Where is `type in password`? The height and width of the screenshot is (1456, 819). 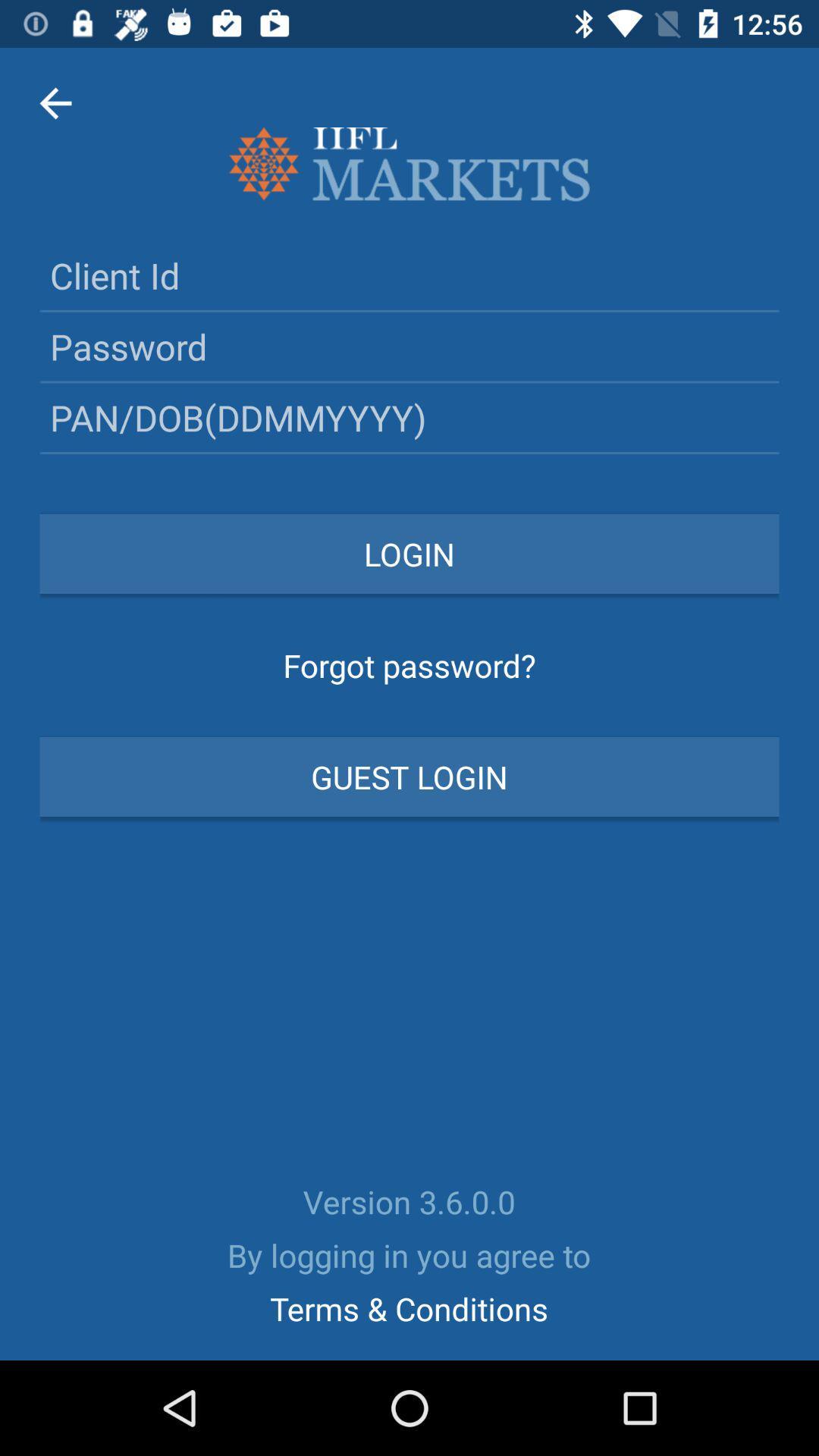
type in password is located at coordinates (409, 346).